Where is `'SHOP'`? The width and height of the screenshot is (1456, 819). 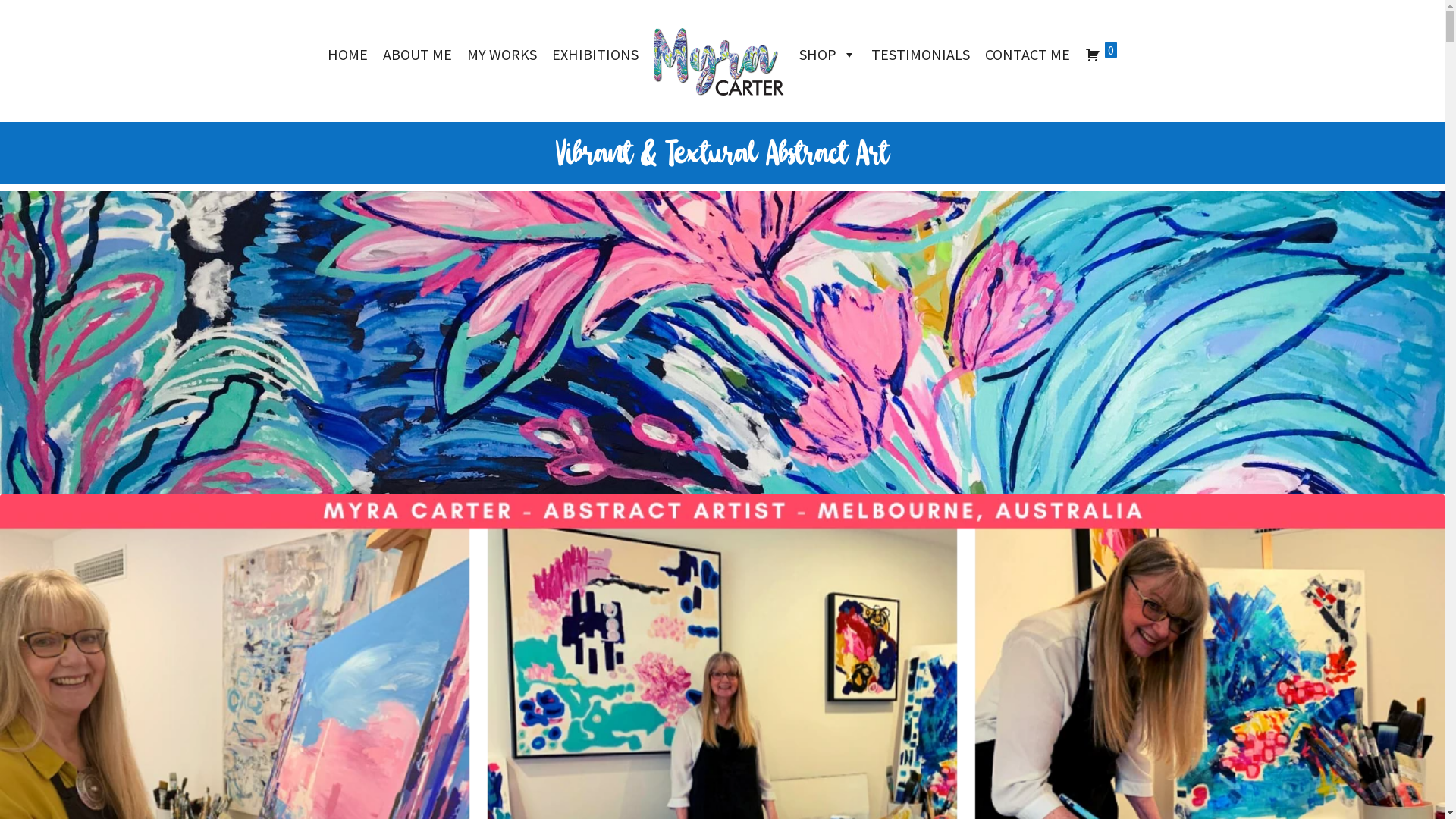 'SHOP' is located at coordinates (827, 54).